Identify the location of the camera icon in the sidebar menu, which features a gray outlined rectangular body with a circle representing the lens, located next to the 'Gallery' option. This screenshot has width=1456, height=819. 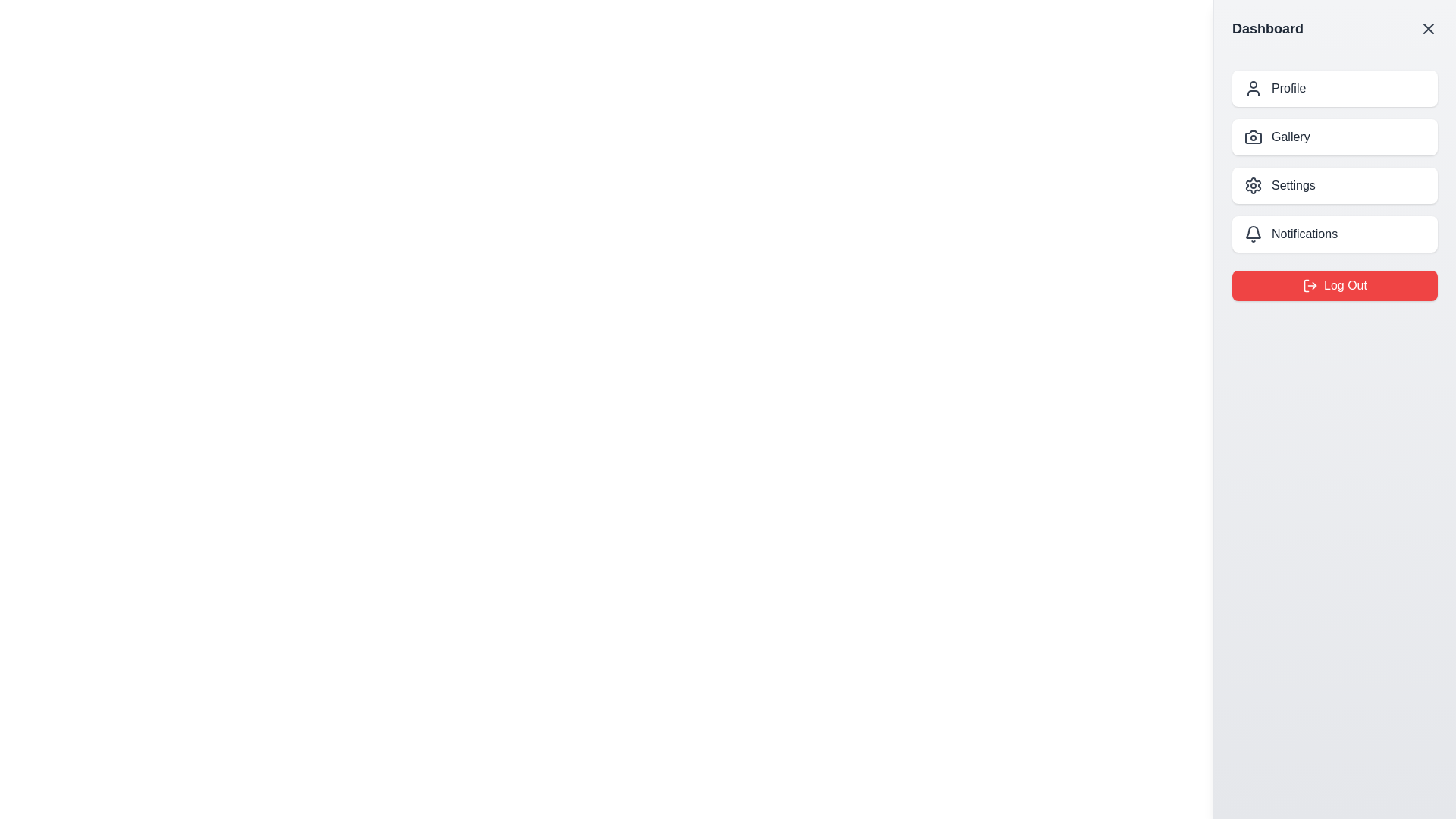
(1253, 137).